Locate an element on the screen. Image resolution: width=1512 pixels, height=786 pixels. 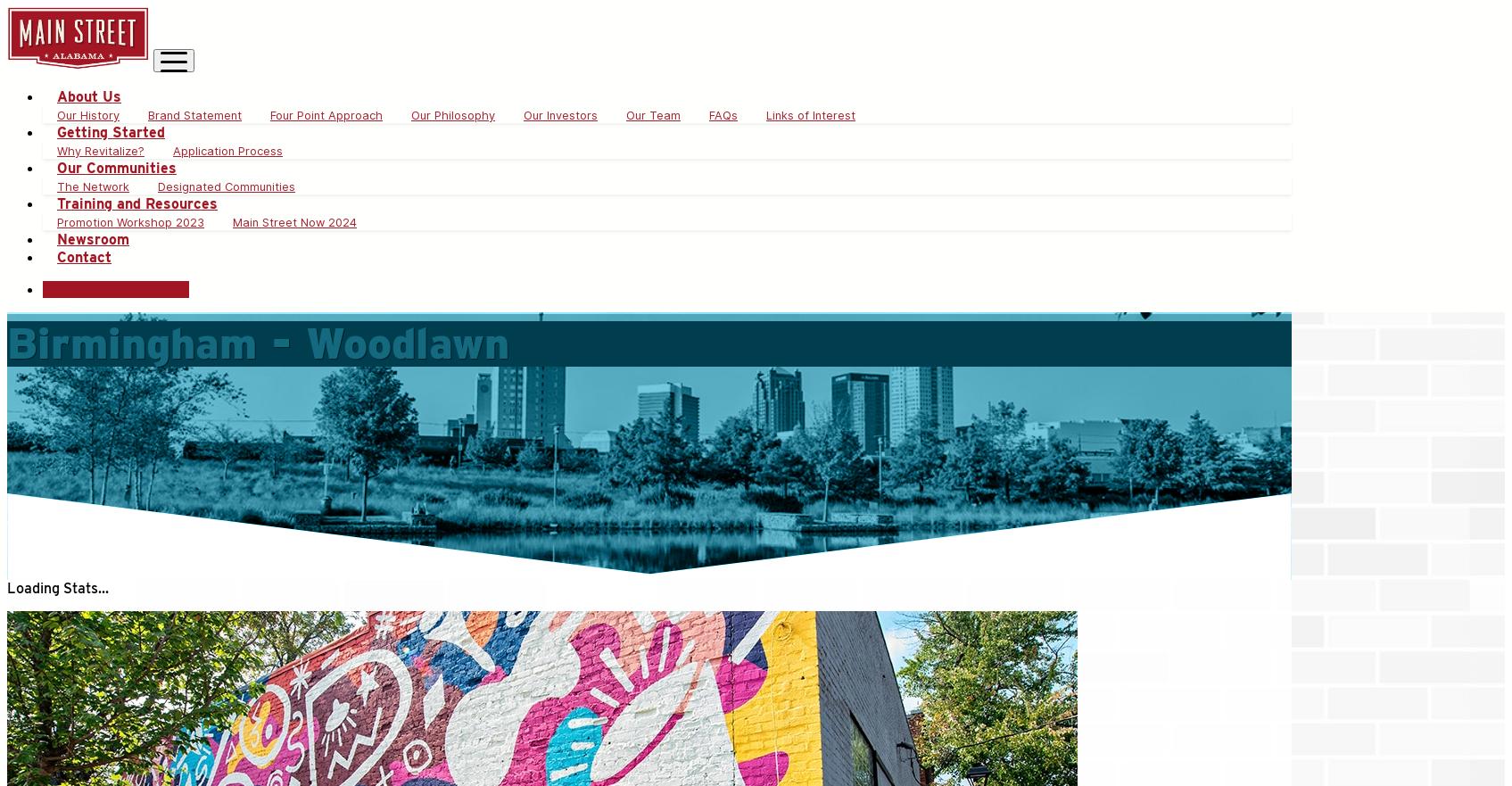
'Promotion Workshop 2023' is located at coordinates (130, 222).